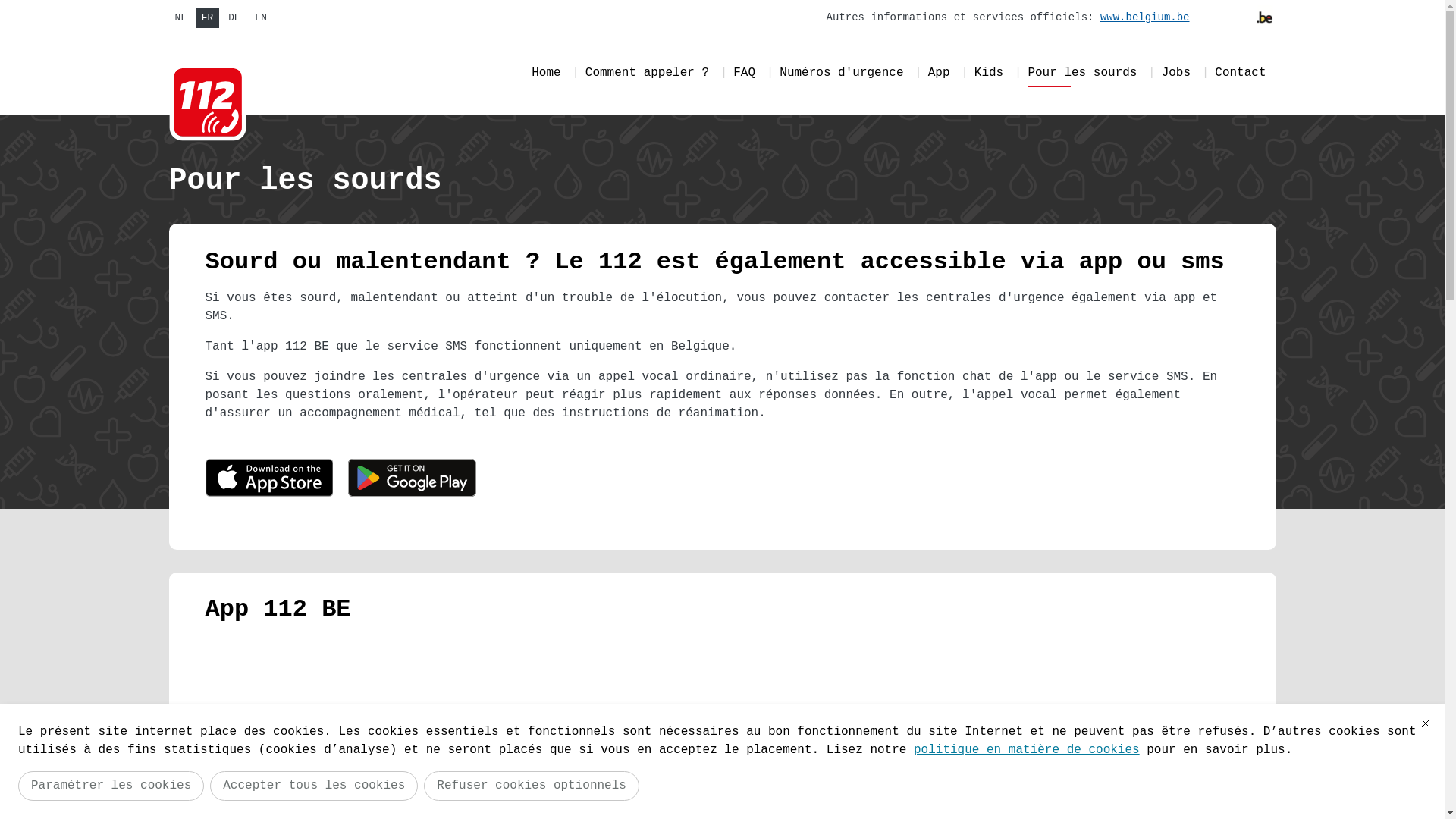 The image size is (1456, 819). I want to click on 'www.belgium.be', so click(1147, 17).